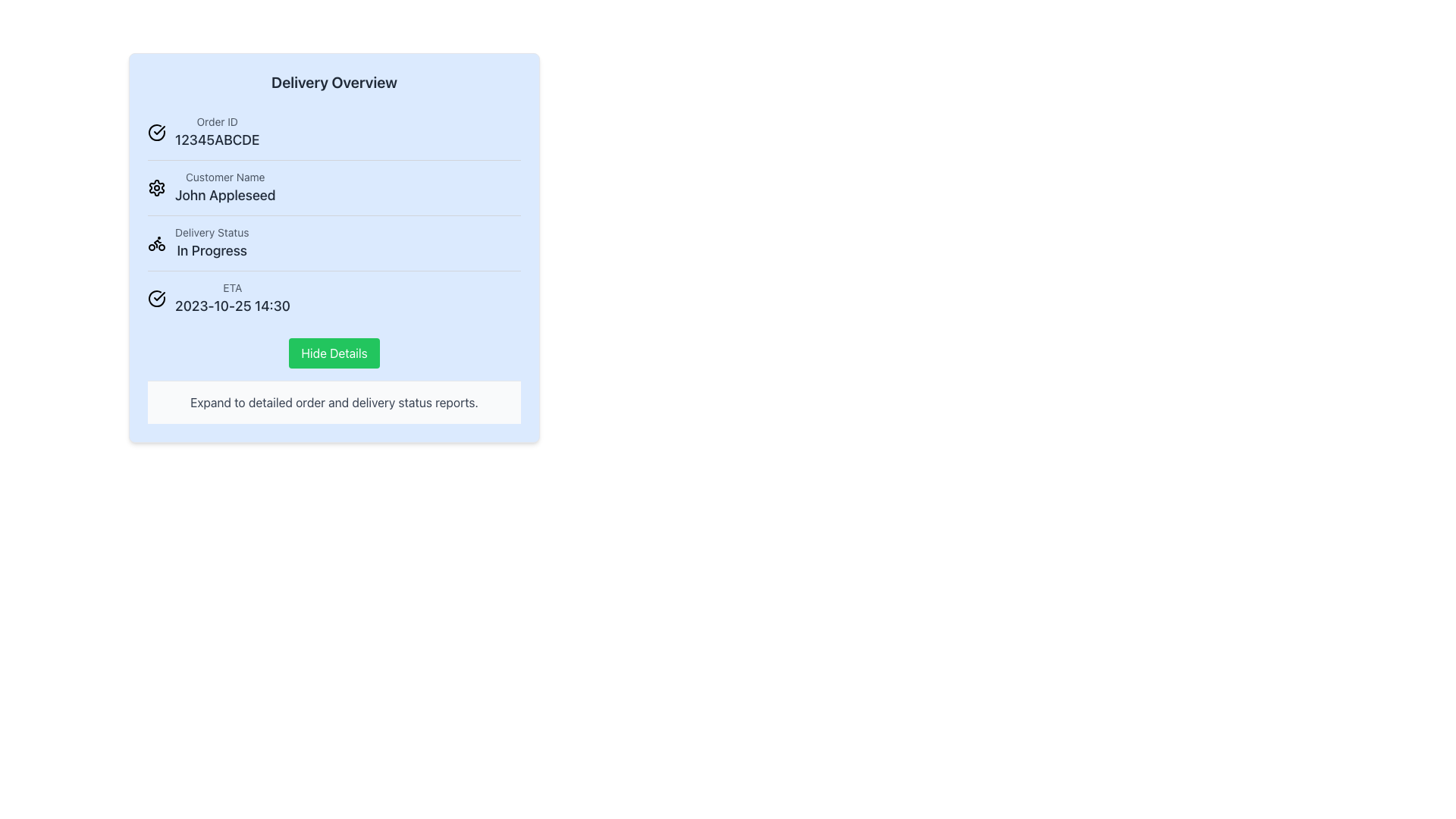  I want to click on the circular icon with a checkmark symbol, which is located to the left of the 'ETA' label and timestamp '2023-10-25 14:30', so click(156, 298).